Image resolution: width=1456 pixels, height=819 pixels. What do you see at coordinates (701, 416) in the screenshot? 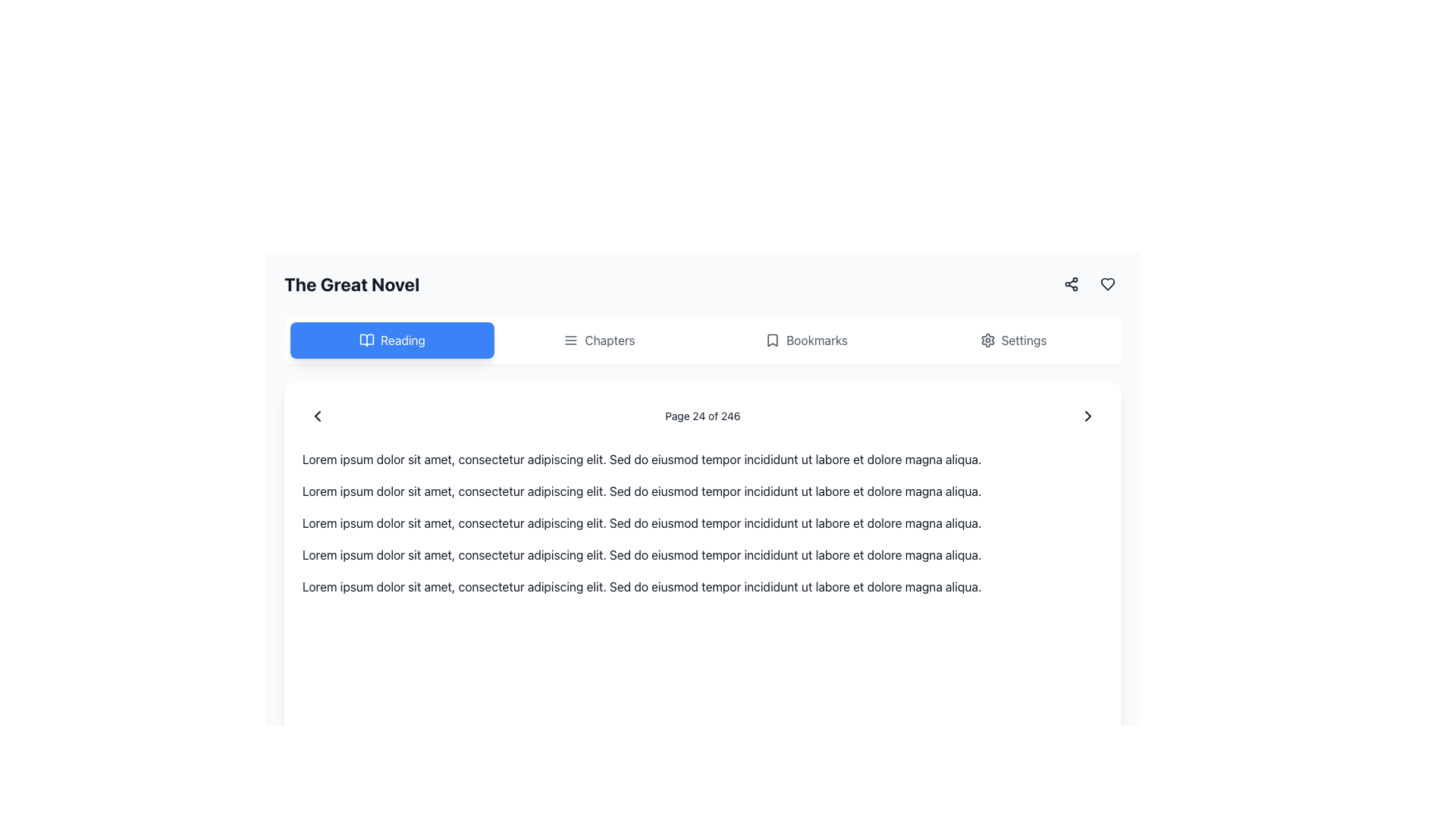
I see `the Text display element that shows the current page index and total page count, located in the navigation bar near the top of the main content area` at bounding box center [701, 416].